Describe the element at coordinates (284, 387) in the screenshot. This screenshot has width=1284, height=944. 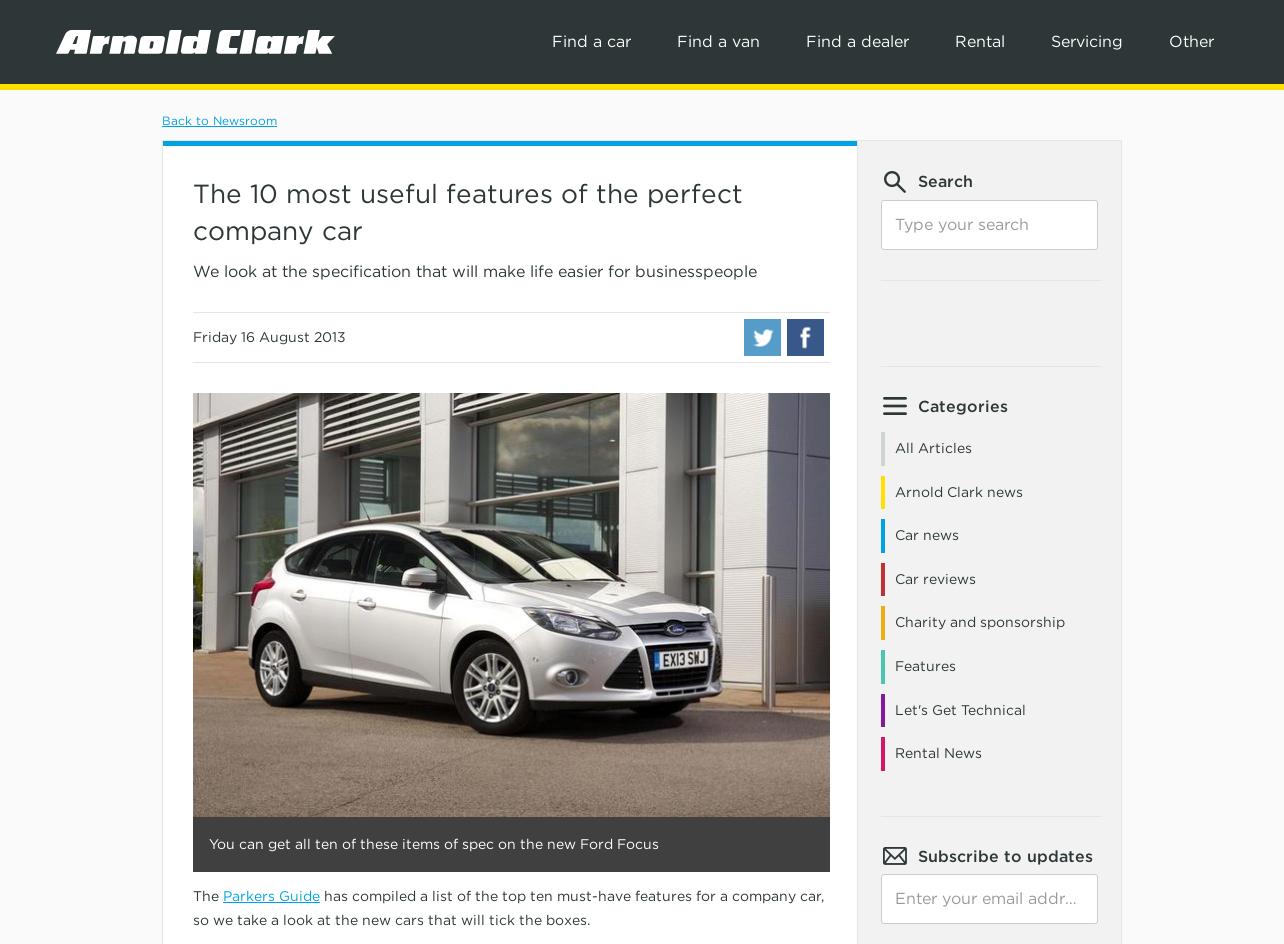
I see `'Citroën'` at that location.